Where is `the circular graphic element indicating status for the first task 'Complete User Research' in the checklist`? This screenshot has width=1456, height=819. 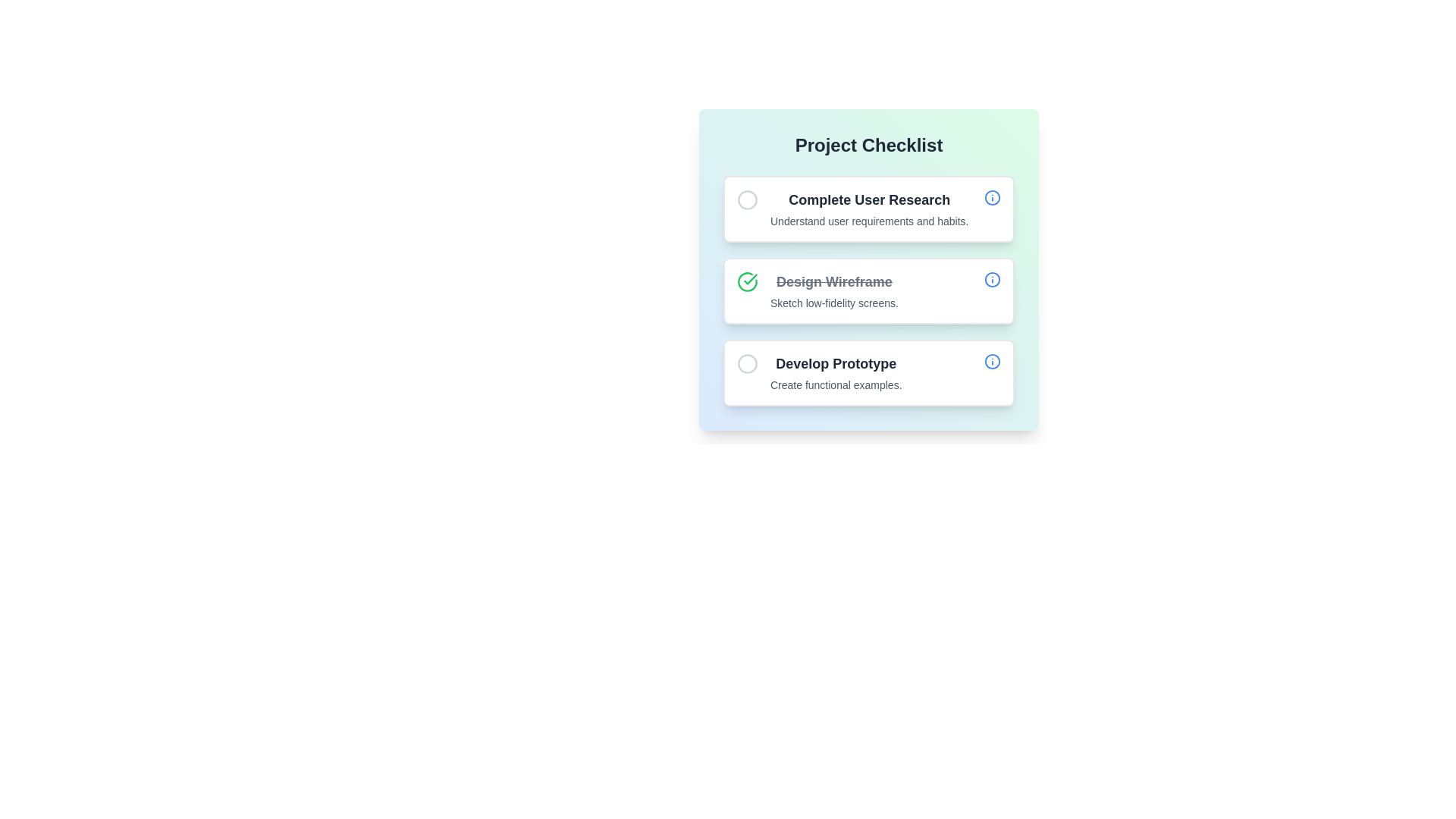 the circular graphic element indicating status for the first task 'Complete User Research' in the checklist is located at coordinates (747, 198).